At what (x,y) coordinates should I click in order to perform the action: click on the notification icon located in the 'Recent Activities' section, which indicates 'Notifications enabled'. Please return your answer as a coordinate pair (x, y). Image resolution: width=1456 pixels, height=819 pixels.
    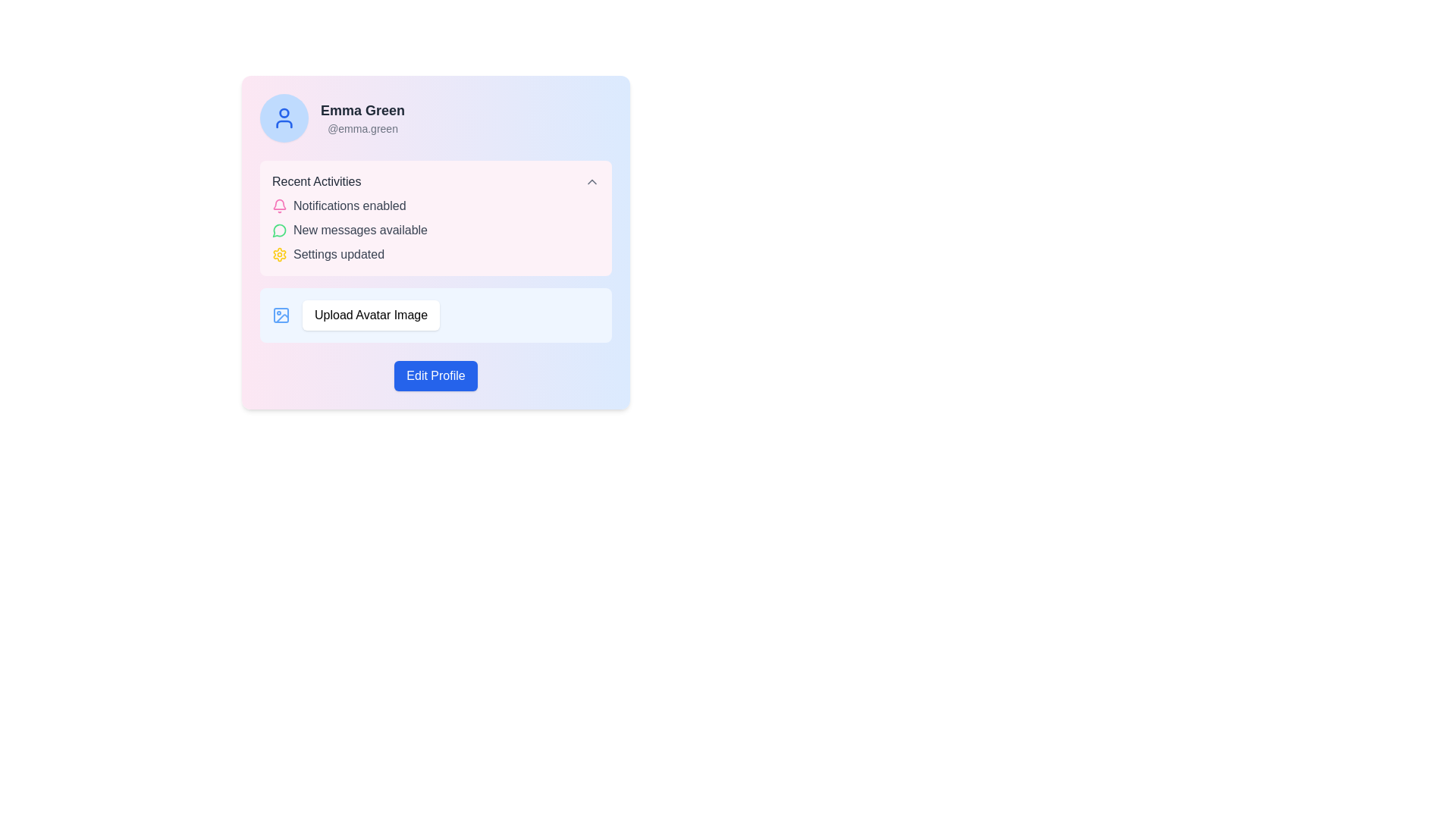
    Looking at the image, I should click on (280, 206).